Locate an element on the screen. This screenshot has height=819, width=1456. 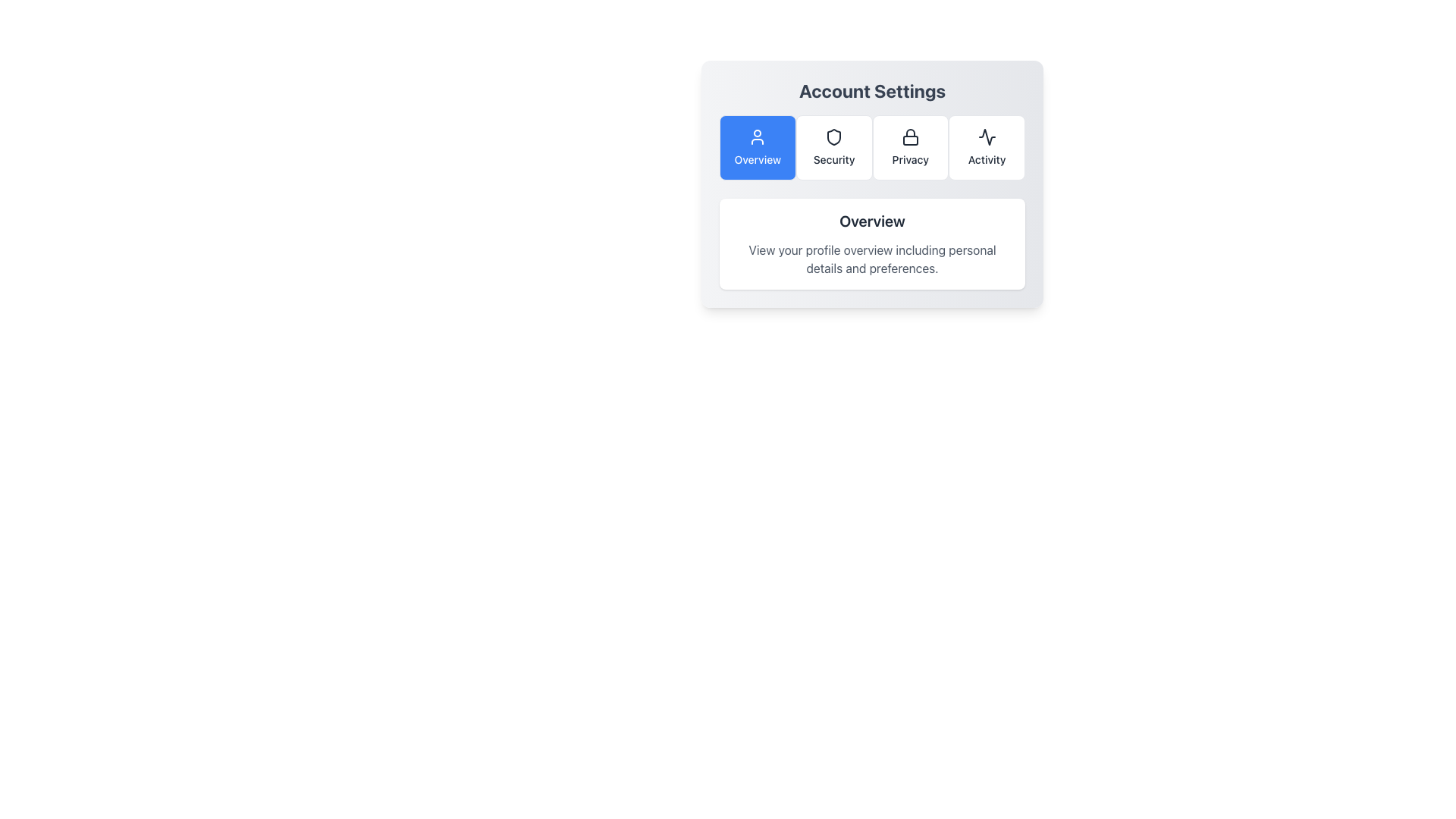
the second button in the grid of four buttons that triggers actions related to 'Security' is located at coordinates (833, 148).